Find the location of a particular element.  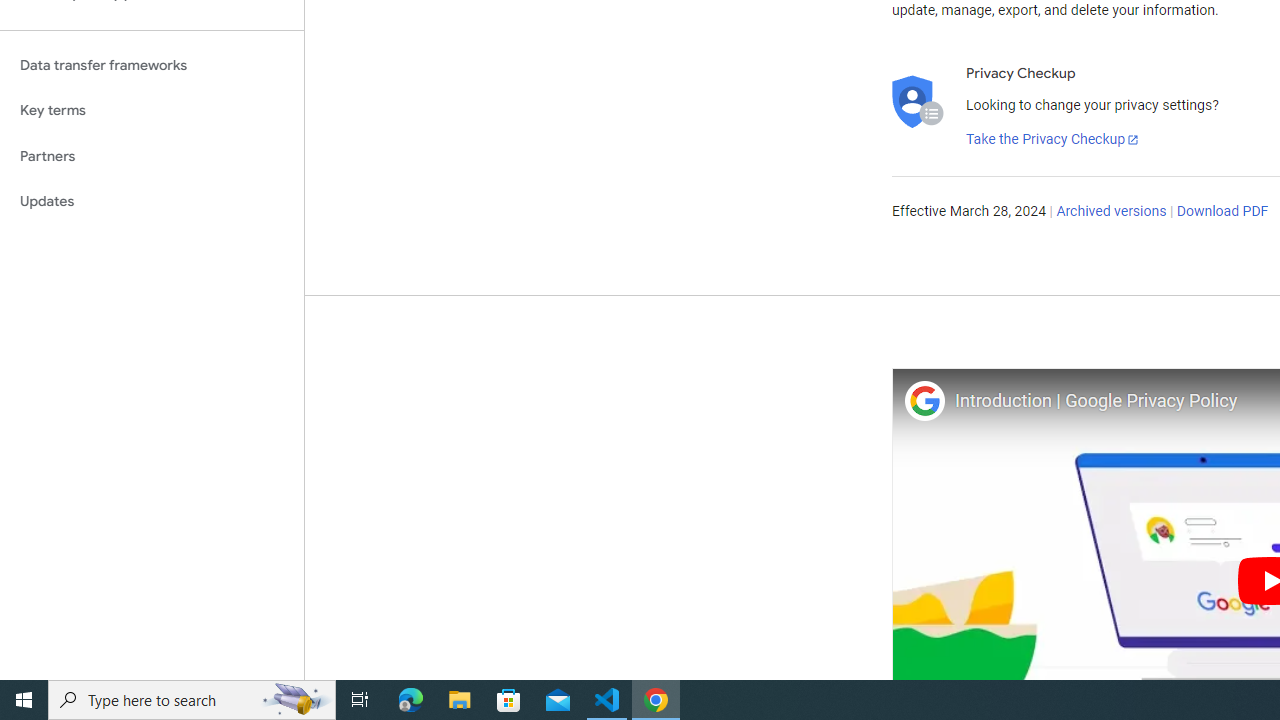

'Updates' is located at coordinates (151, 201).